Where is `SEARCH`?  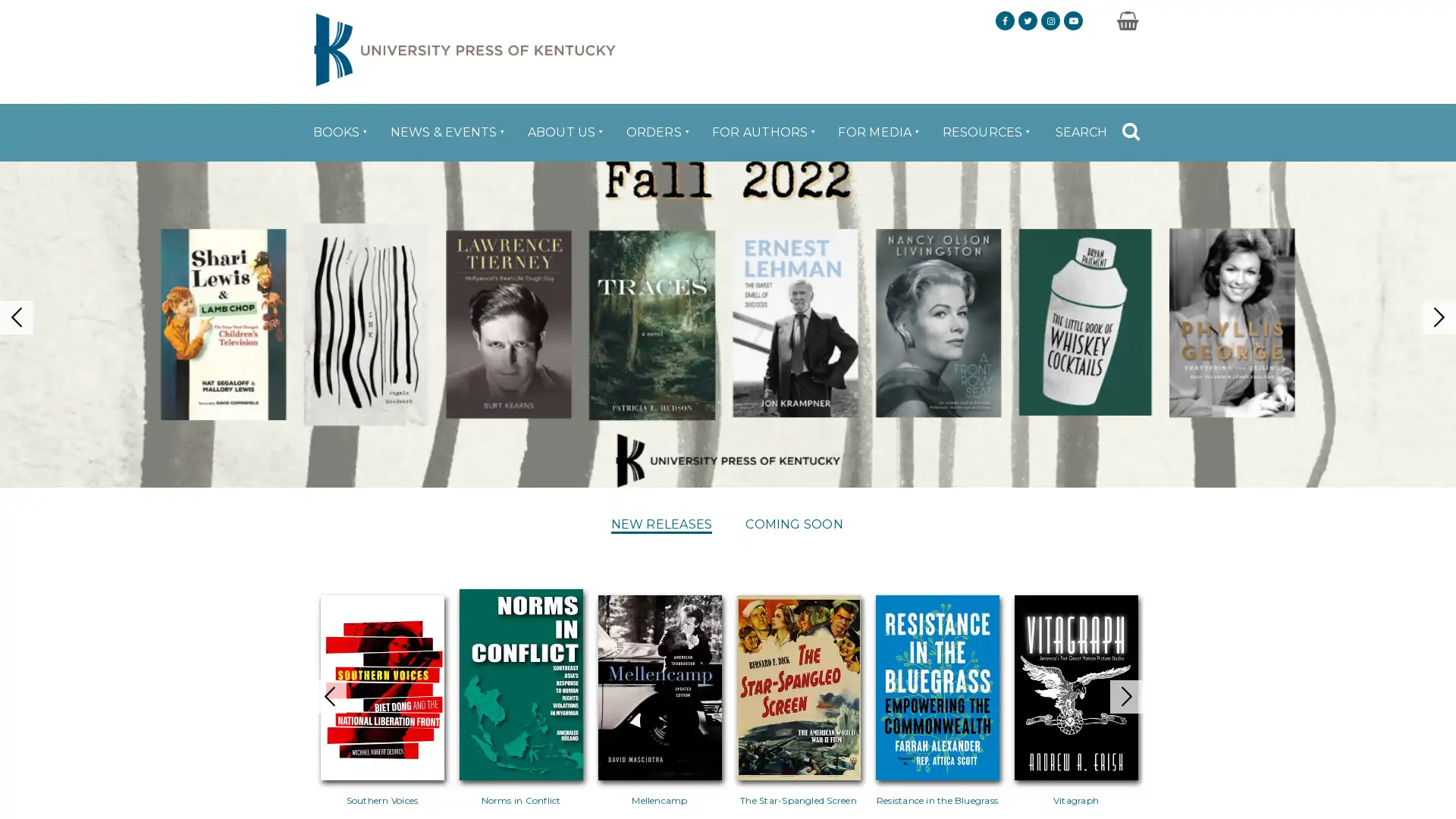 SEARCH is located at coordinates (1099, 120).